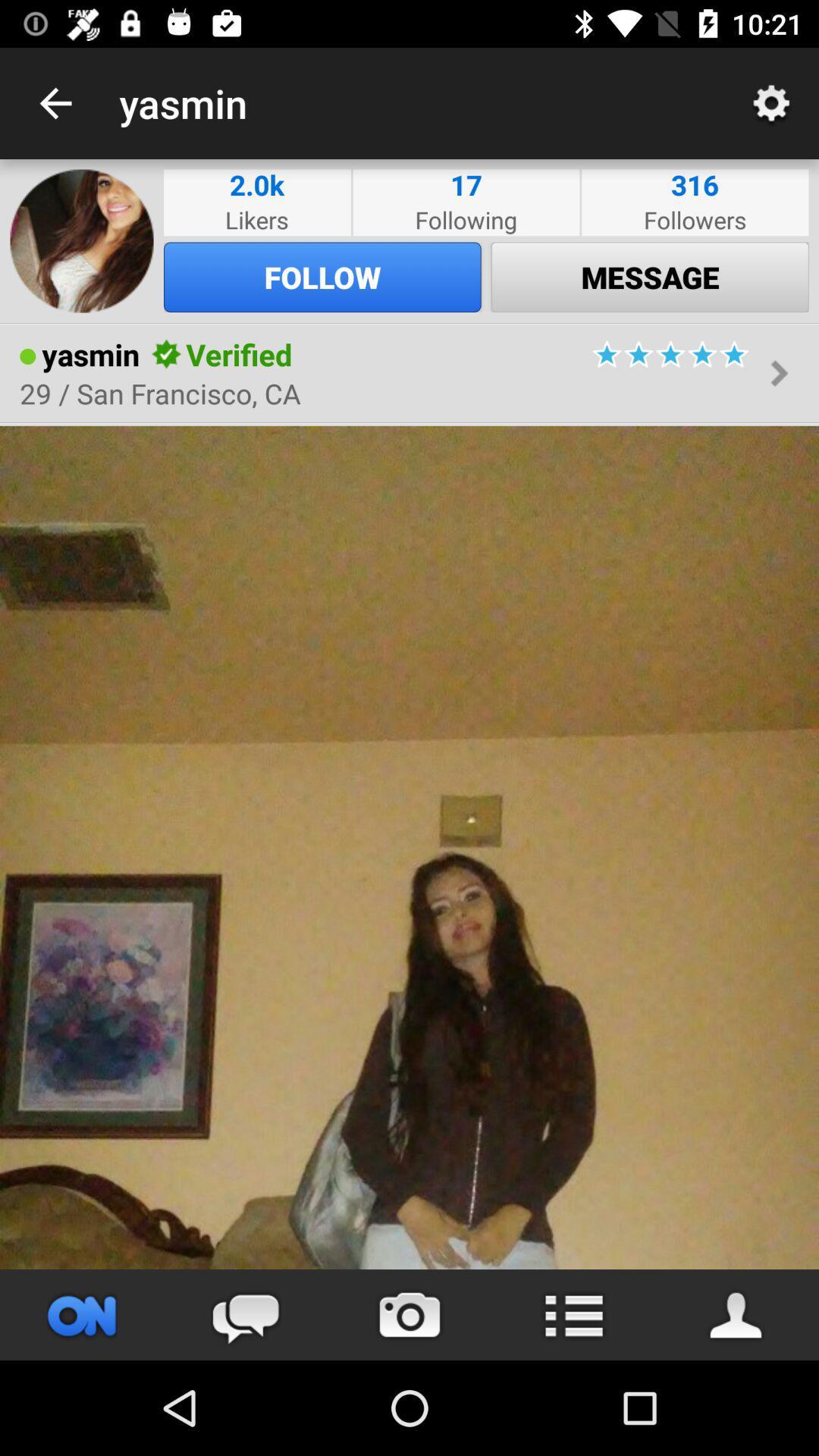 The width and height of the screenshot is (819, 1456). Describe the element at coordinates (55, 102) in the screenshot. I see `app next to yasmin app` at that location.